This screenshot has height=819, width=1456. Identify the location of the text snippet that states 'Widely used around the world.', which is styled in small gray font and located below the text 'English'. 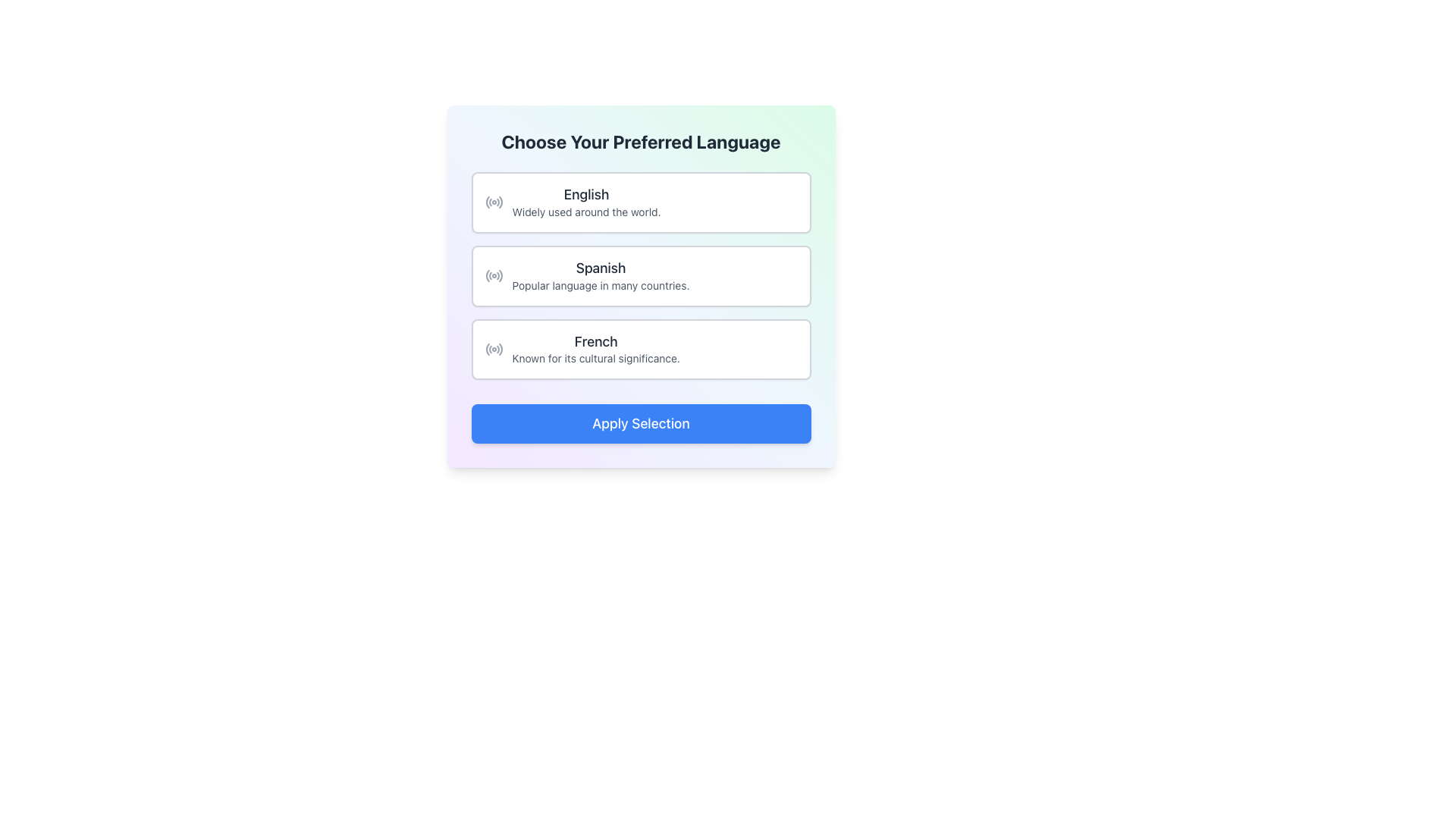
(585, 212).